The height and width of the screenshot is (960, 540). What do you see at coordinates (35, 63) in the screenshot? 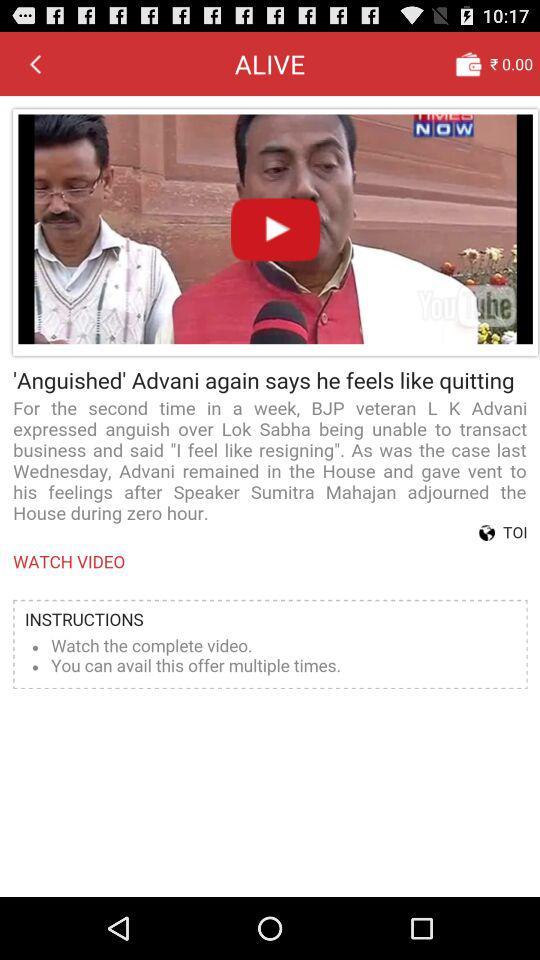
I see `go back` at bounding box center [35, 63].